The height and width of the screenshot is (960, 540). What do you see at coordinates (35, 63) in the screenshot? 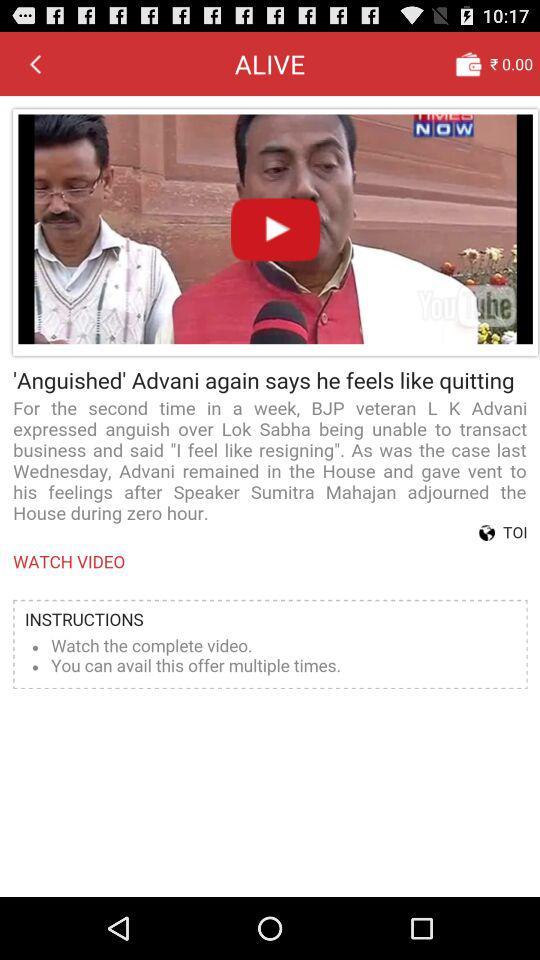
I see `go back` at bounding box center [35, 63].